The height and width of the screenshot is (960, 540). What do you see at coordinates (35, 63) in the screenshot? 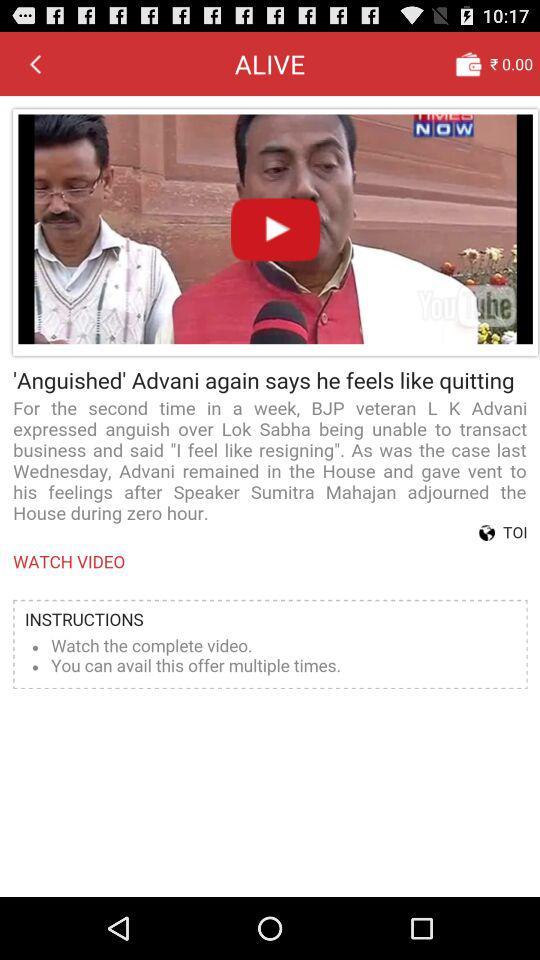
I see `go back` at bounding box center [35, 63].